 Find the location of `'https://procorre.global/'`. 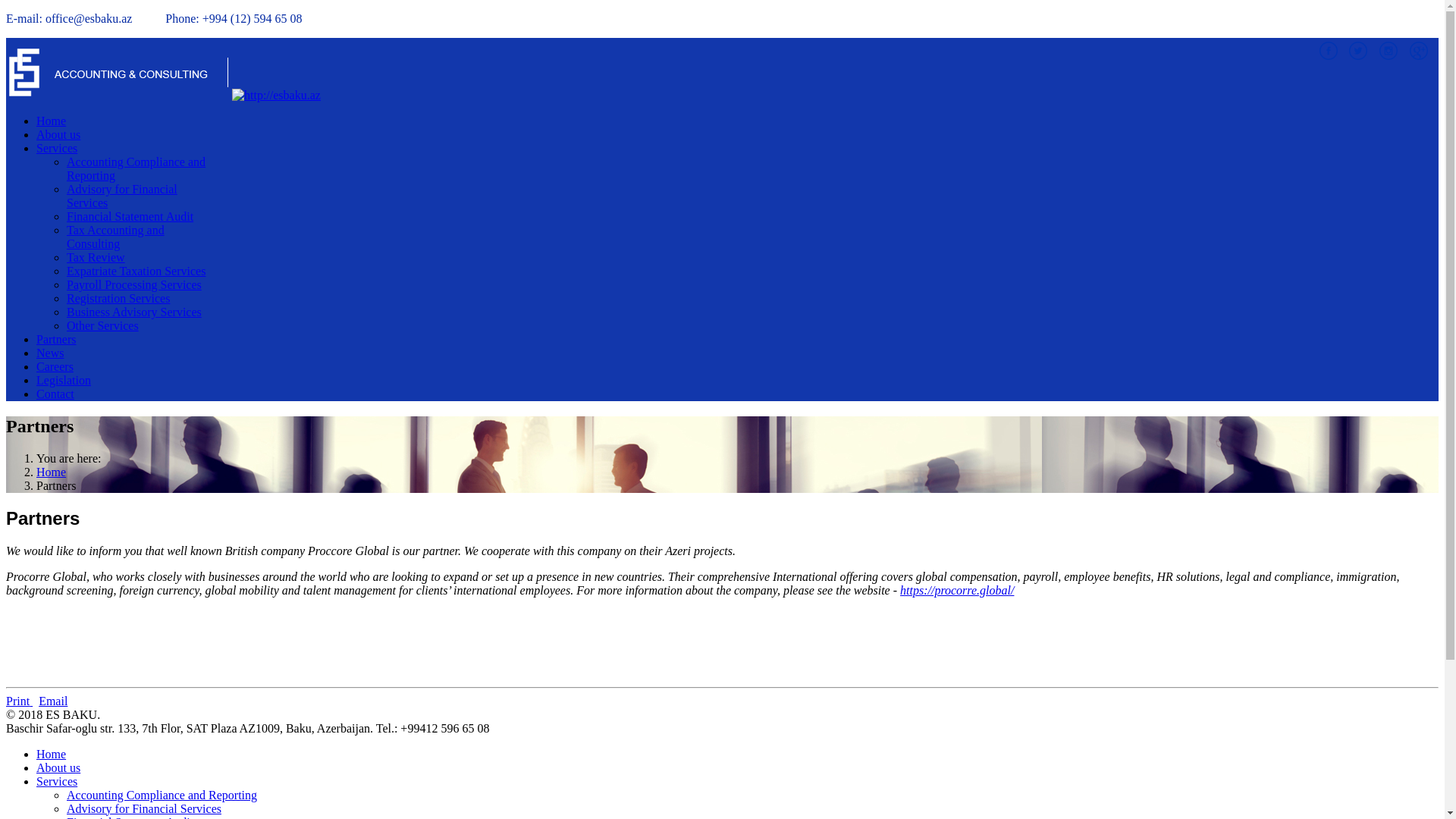

'https://procorre.global/' is located at coordinates (899, 589).